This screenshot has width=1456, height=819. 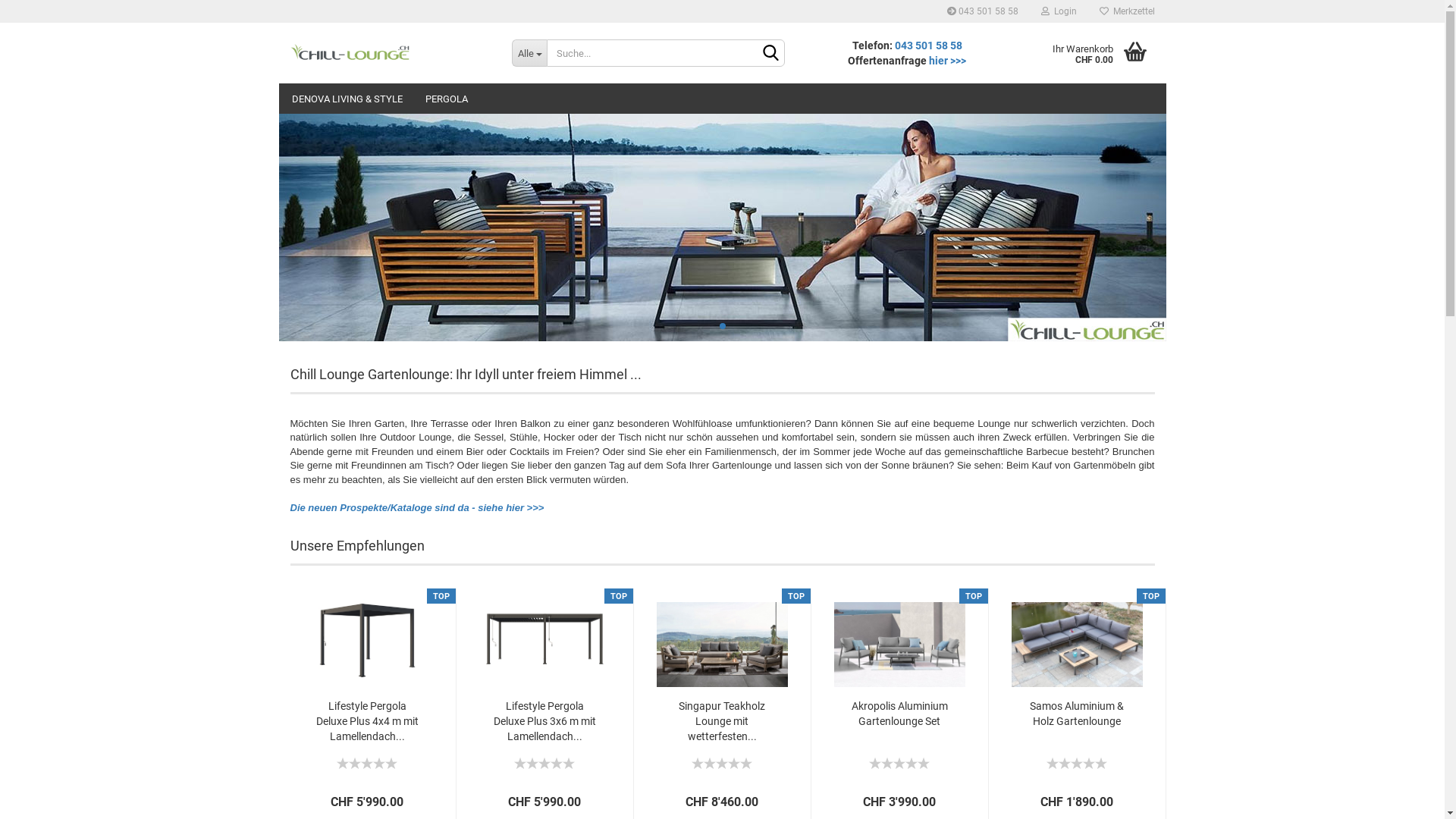 I want to click on 'PERGOLA', so click(x=446, y=99).